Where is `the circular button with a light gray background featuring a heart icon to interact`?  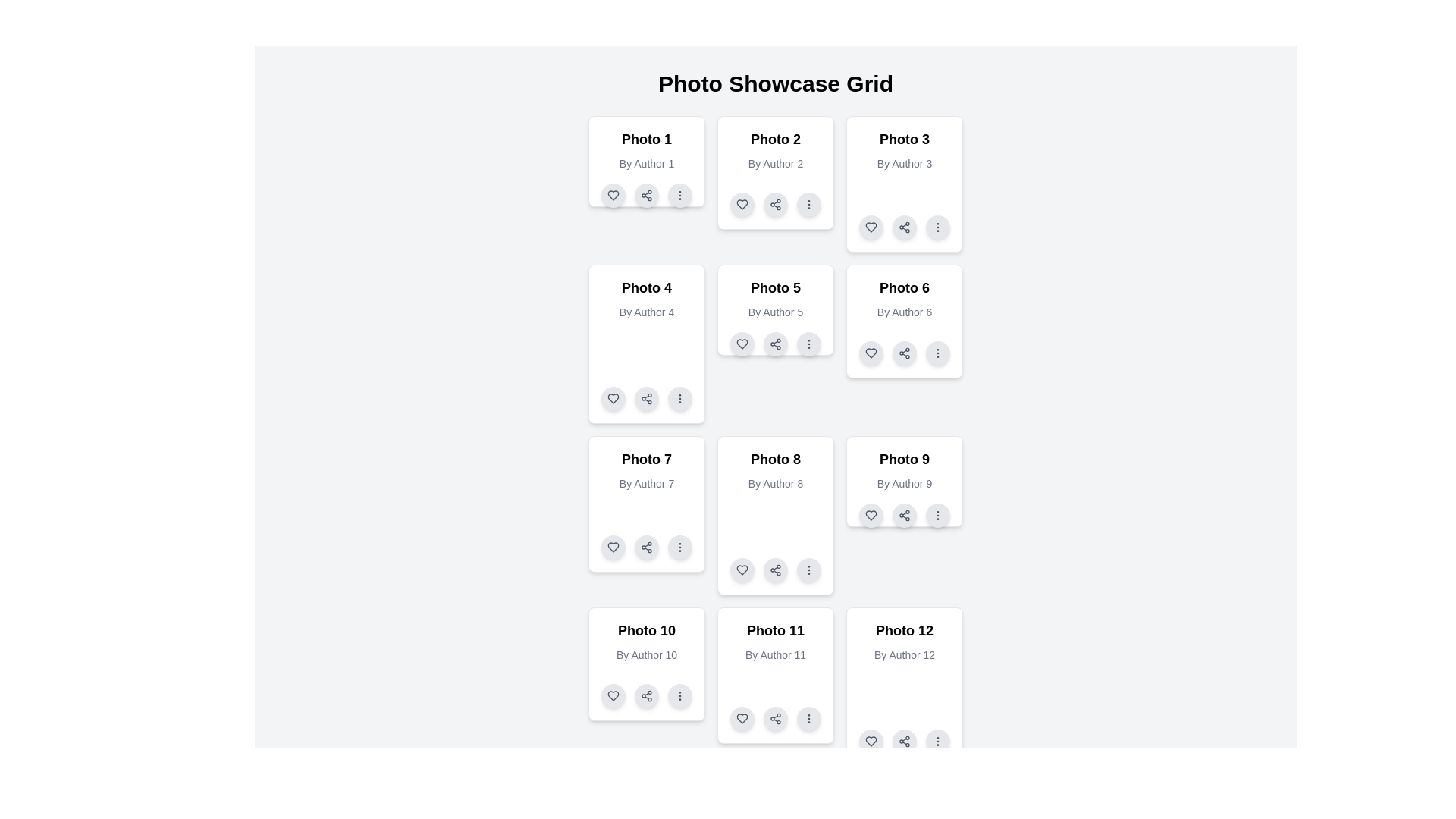 the circular button with a light gray background featuring a heart icon to interact is located at coordinates (613, 696).